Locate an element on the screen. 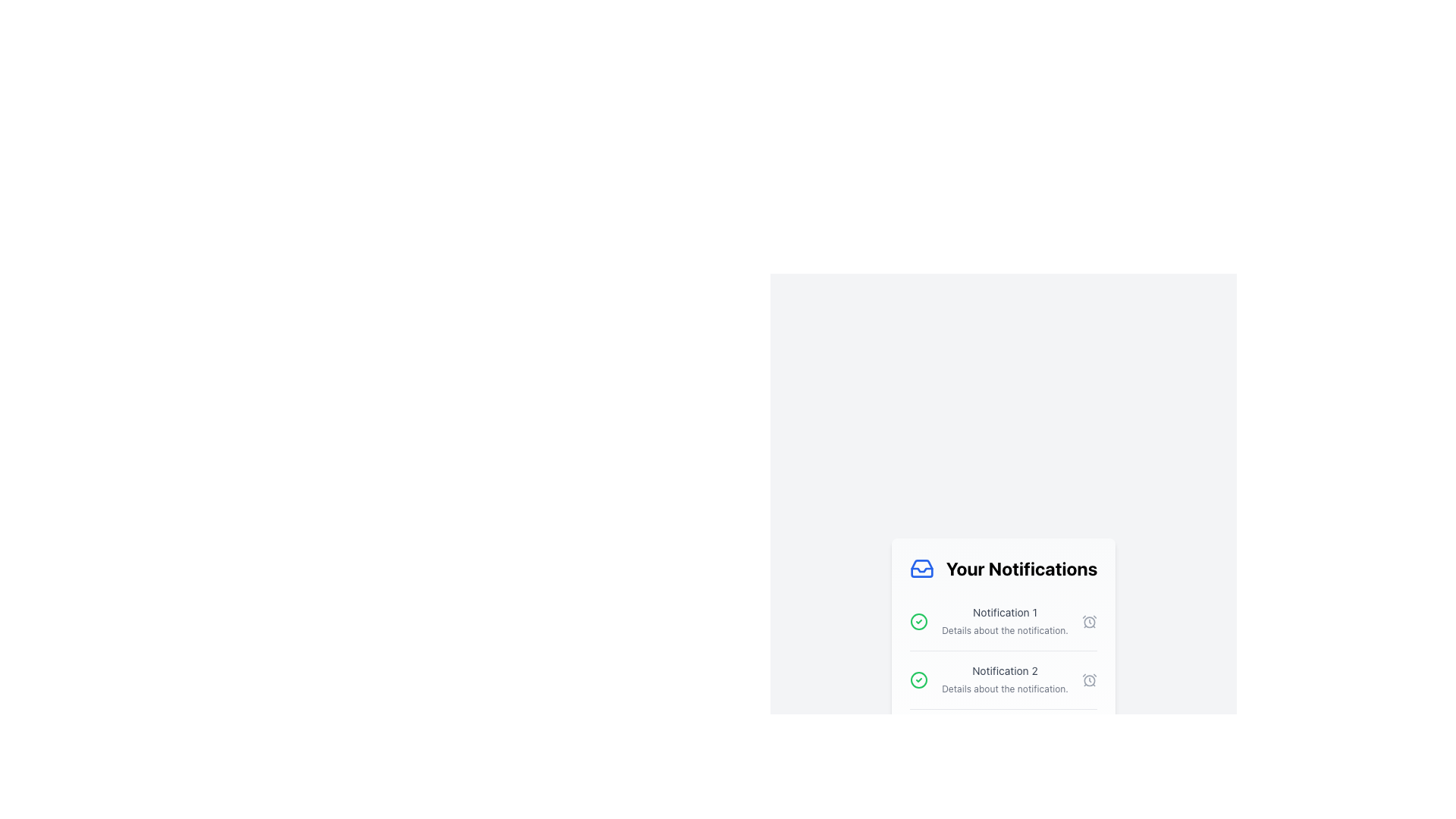 This screenshot has width=1456, height=819. the SVG Circle that is part of the first notification's icon in the 'Your Notifications' section, positioned to the left of 'Notification 1' is located at coordinates (918, 679).